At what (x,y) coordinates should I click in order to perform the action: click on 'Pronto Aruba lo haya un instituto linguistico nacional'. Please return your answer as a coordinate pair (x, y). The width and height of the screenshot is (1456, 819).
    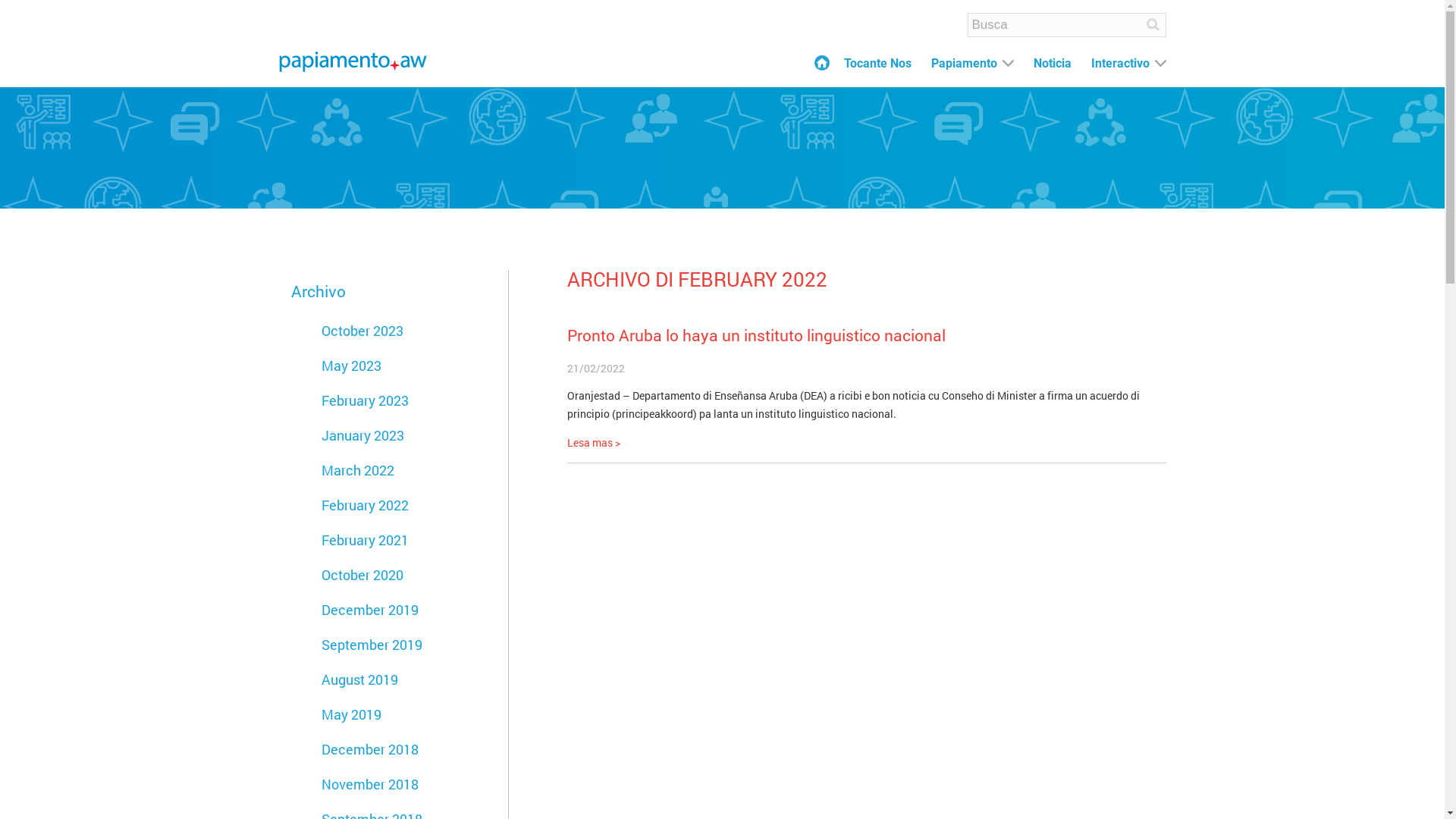
    Looking at the image, I should click on (756, 334).